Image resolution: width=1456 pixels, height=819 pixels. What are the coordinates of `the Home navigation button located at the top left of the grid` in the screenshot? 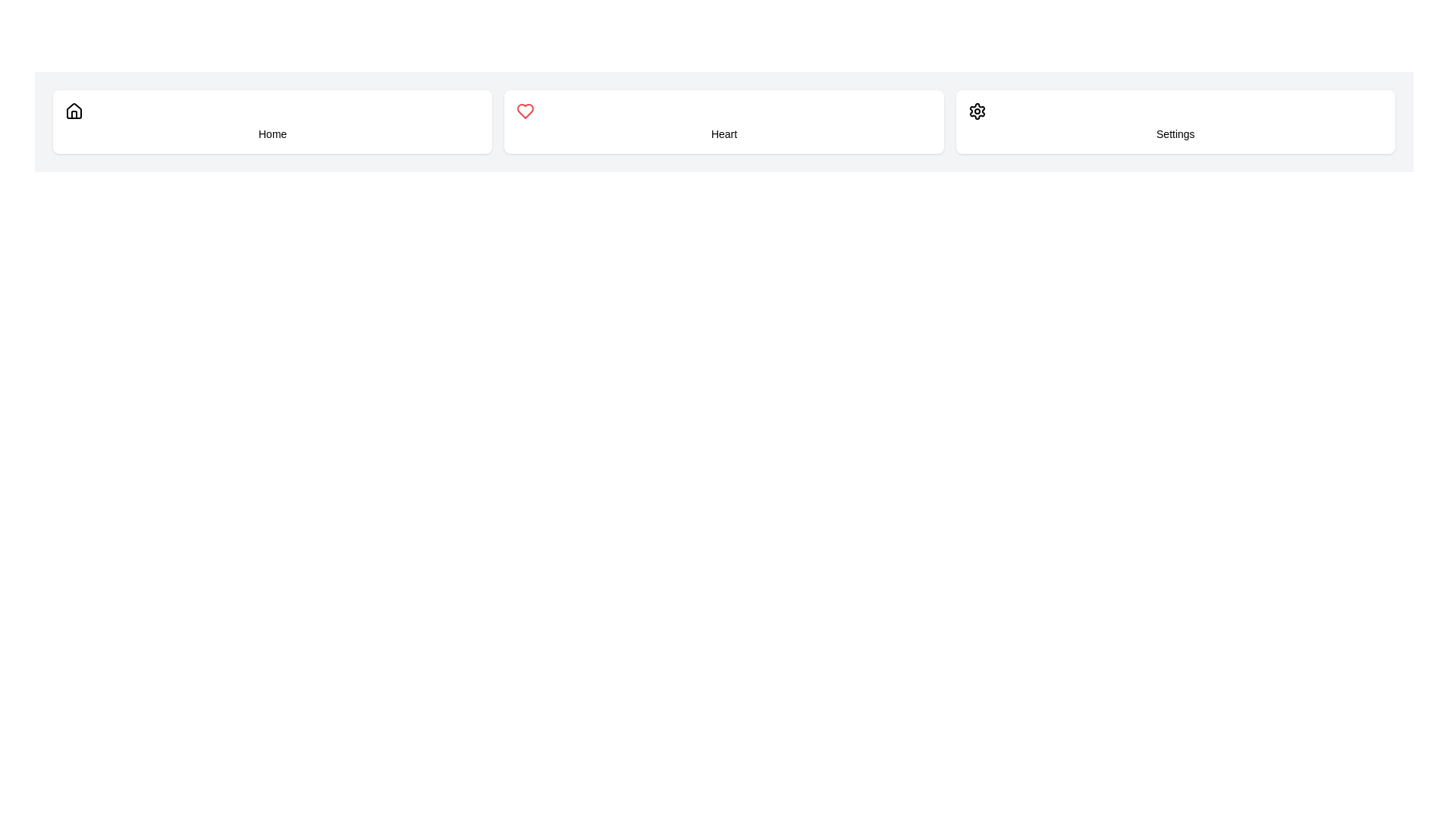 It's located at (272, 121).